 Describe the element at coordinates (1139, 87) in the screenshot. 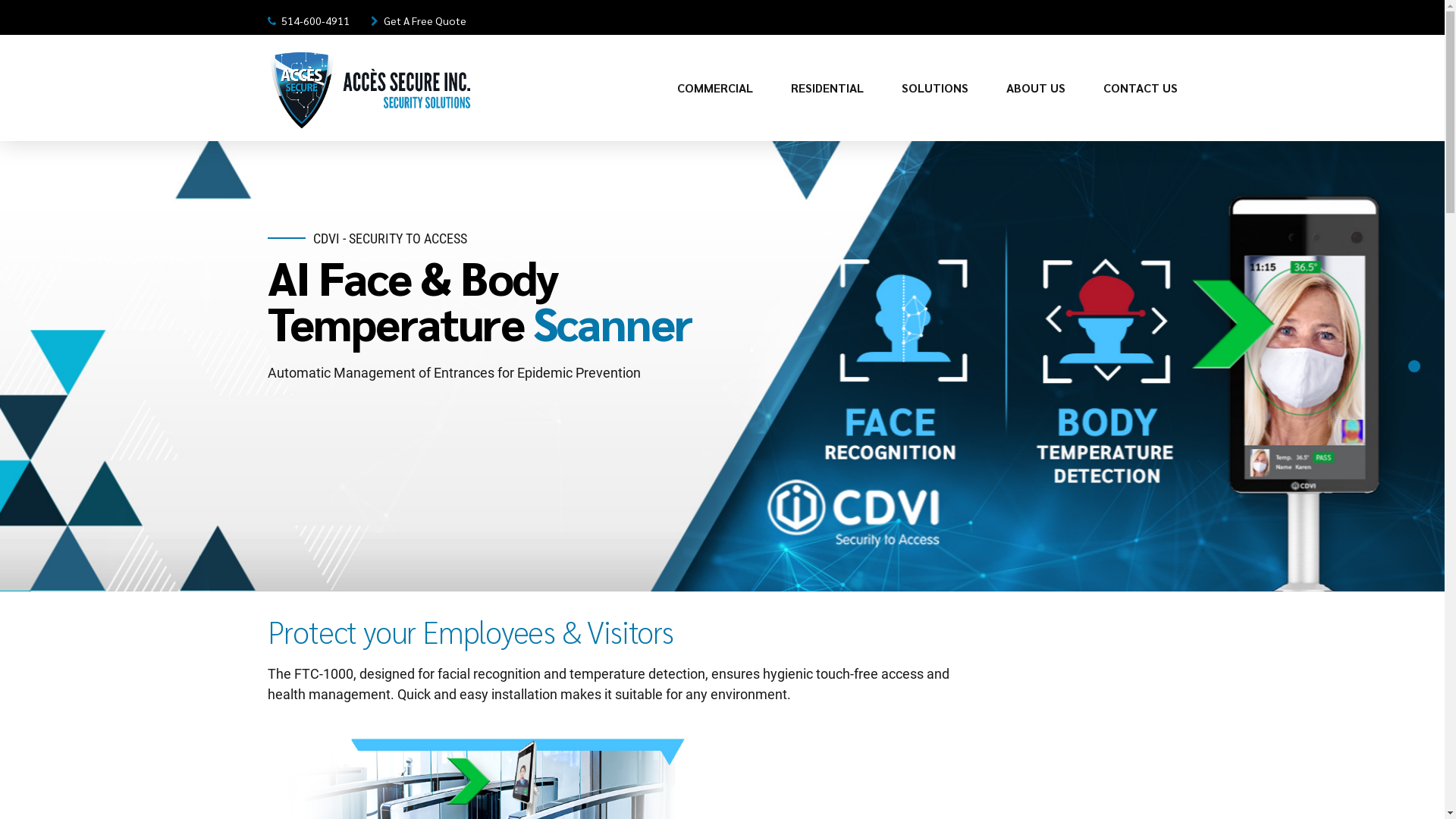

I see `'CONTACT US'` at that location.